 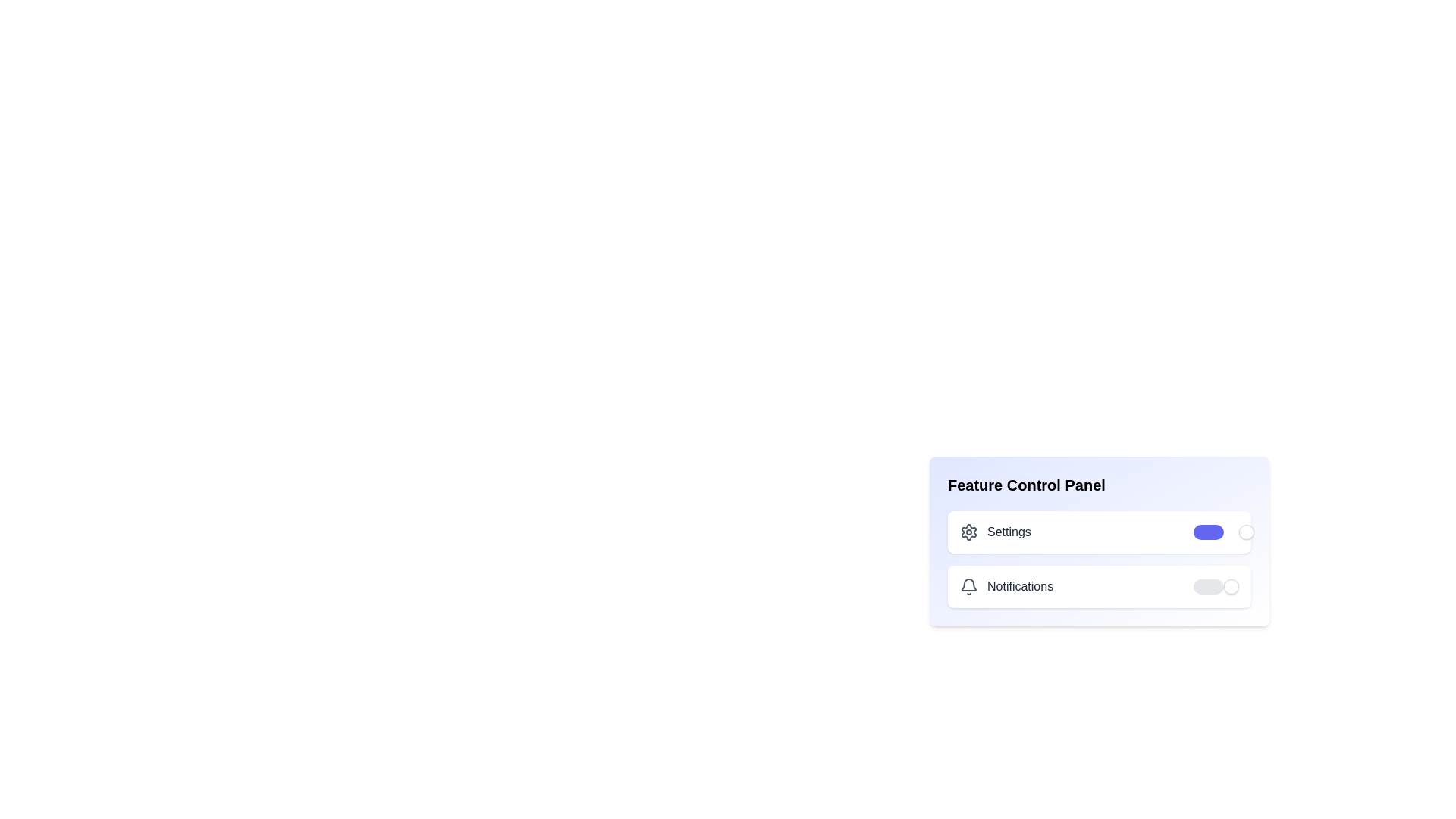 What do you see at coordinates (995, 532) in the screenshot?
I see `the 'Settings' label to select it` at bounding box center [995, 532].